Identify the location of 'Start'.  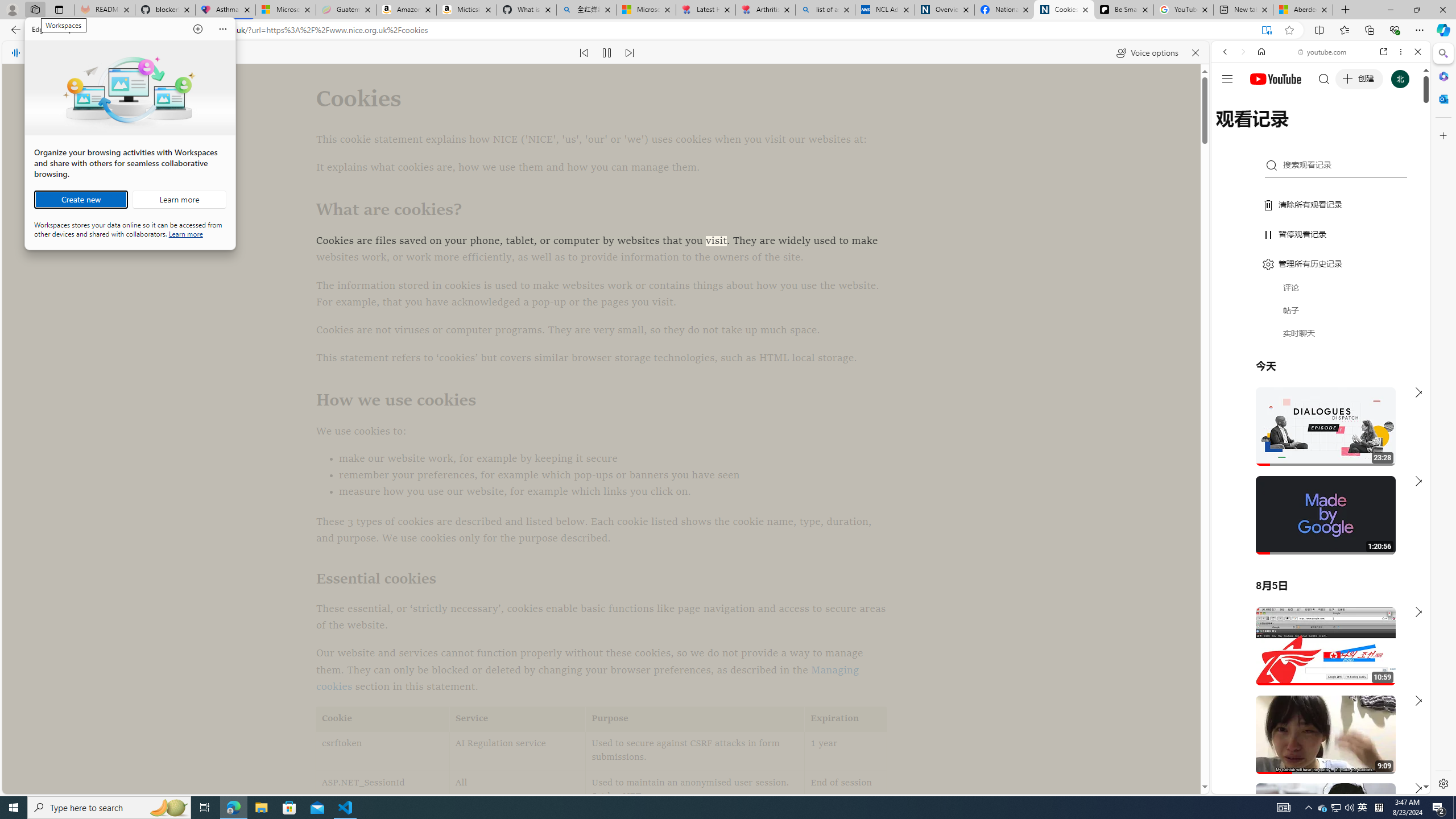
(14, 806).